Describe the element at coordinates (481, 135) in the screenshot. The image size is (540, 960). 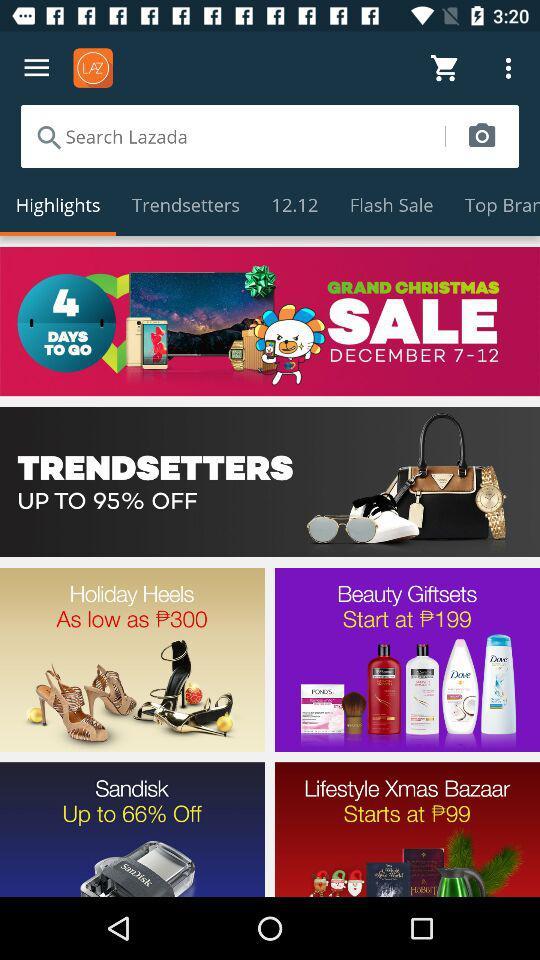
I see `camera` at that location.